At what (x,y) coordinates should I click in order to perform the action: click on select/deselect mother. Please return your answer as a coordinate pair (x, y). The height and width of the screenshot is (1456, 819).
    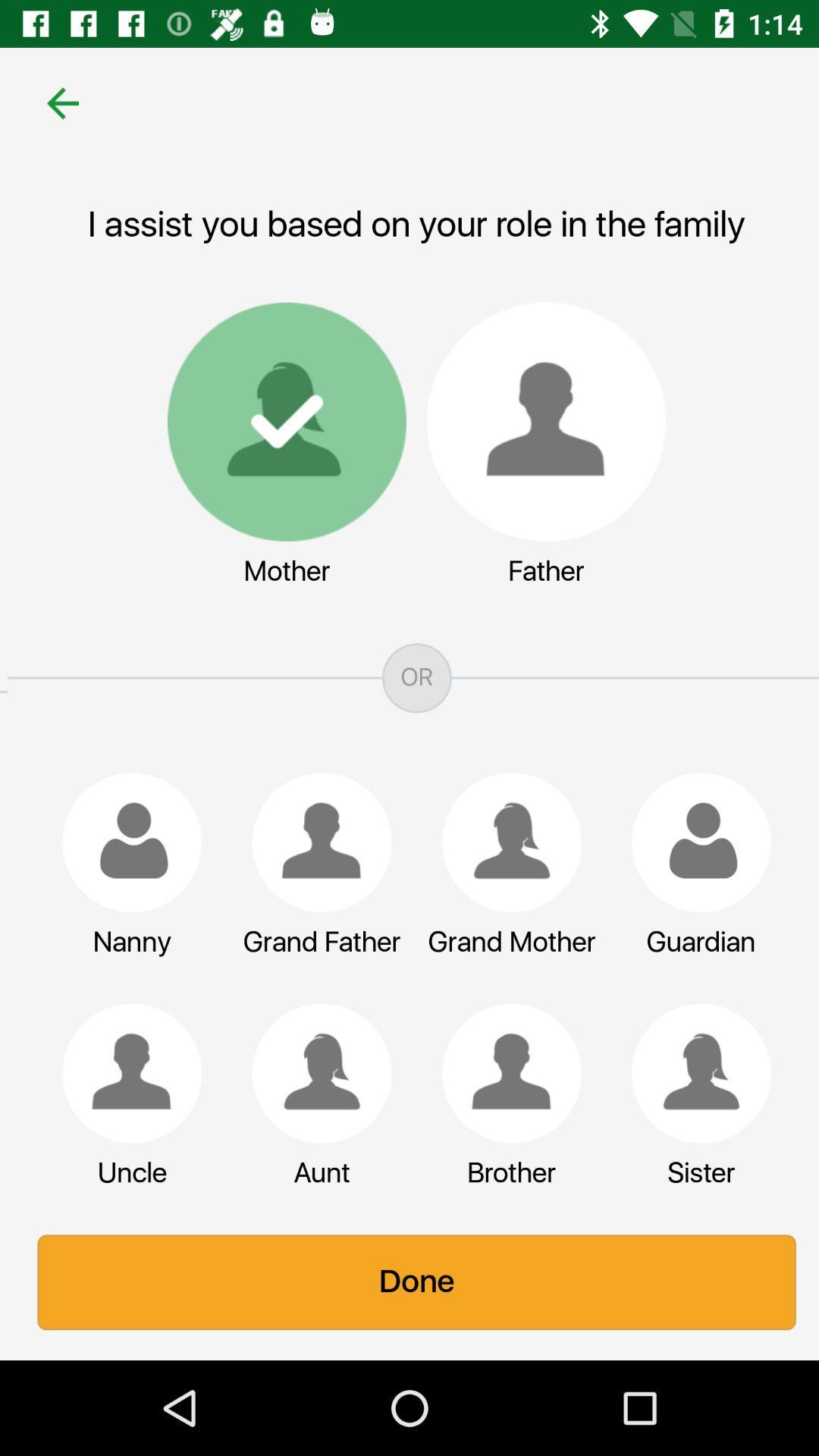
    Looking at the image, I should click on (280, 422).